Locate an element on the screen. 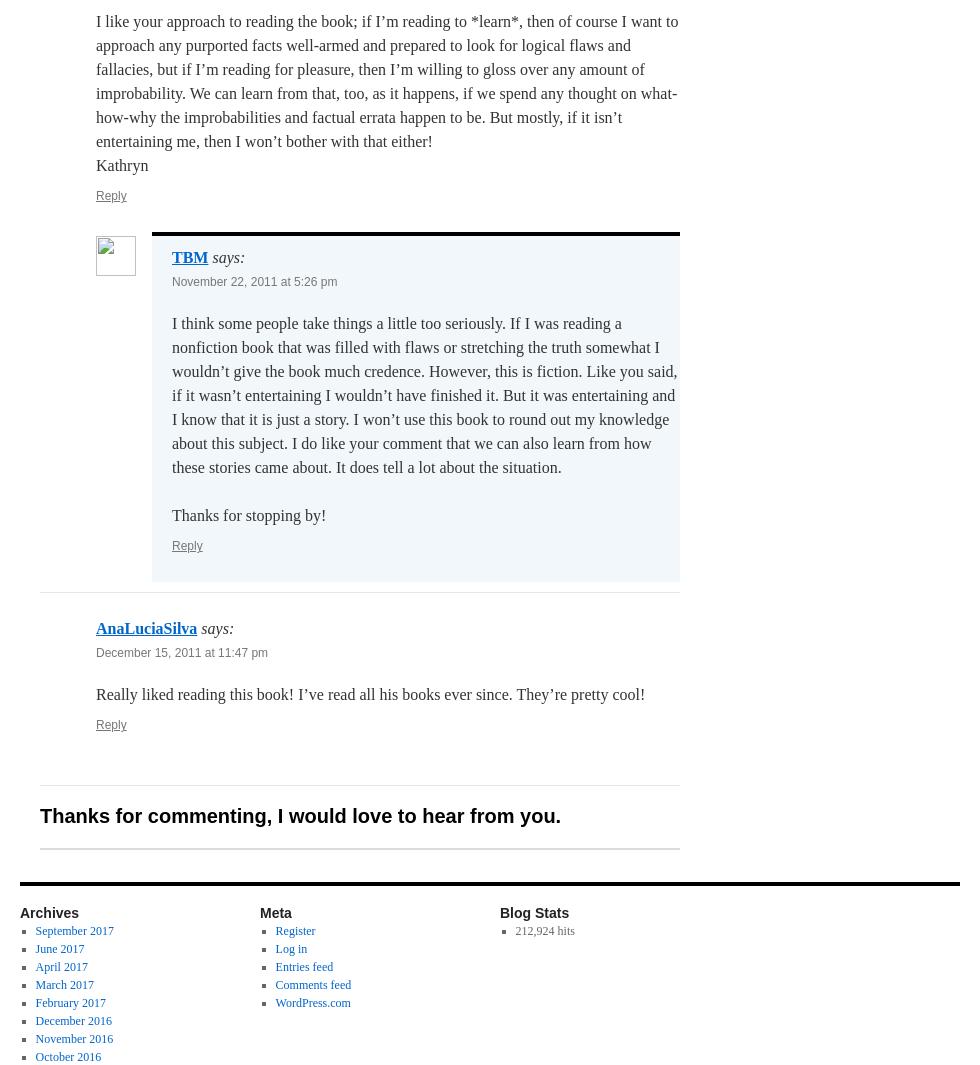  'November 2016' is located at coordinates (73, 1039).